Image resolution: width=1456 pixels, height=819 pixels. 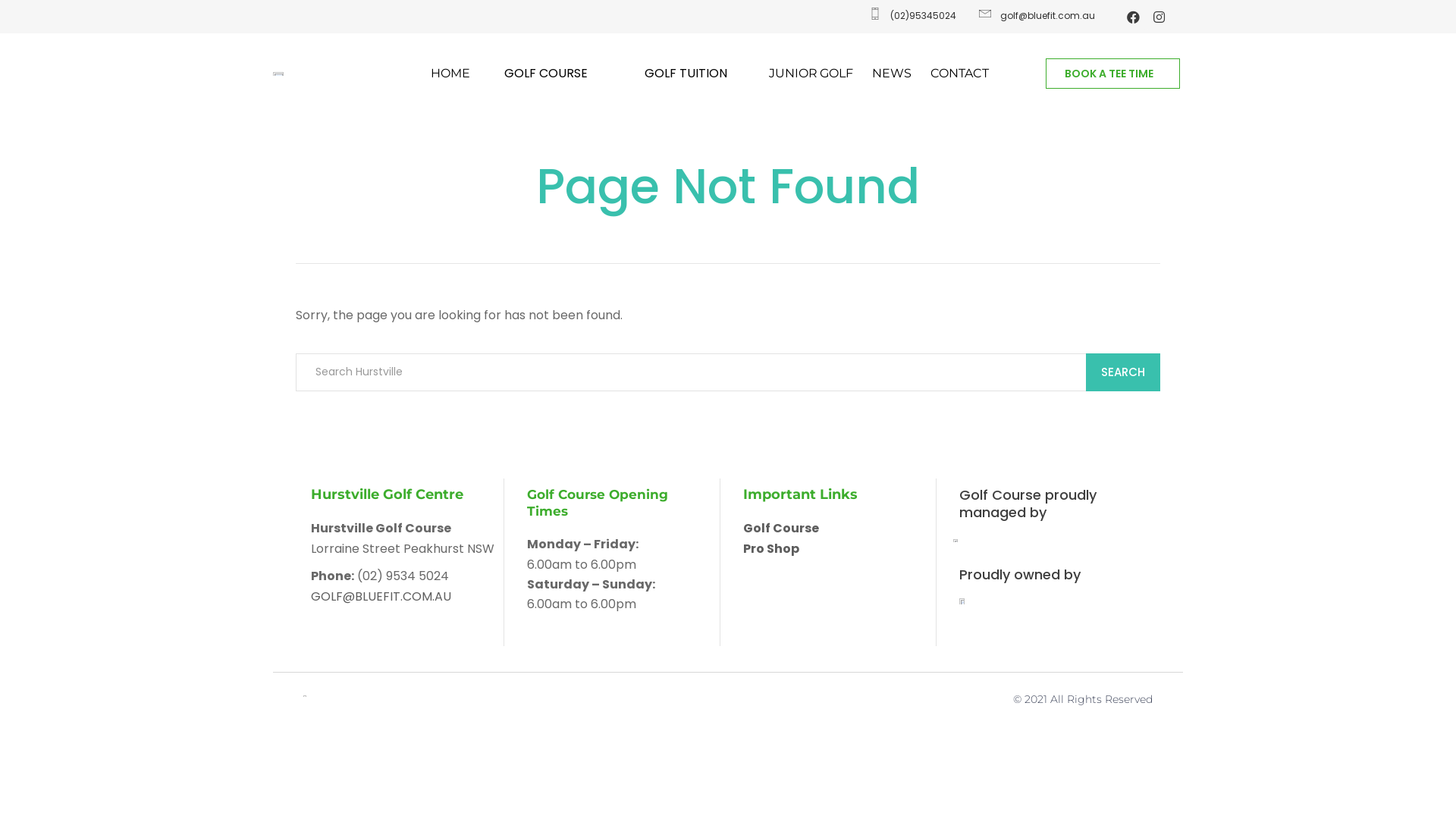 What do you see at coordinates (768, 73) in the screenshot?
I see `'JUNIOR GOLF'` at bounding box center [768, 73].